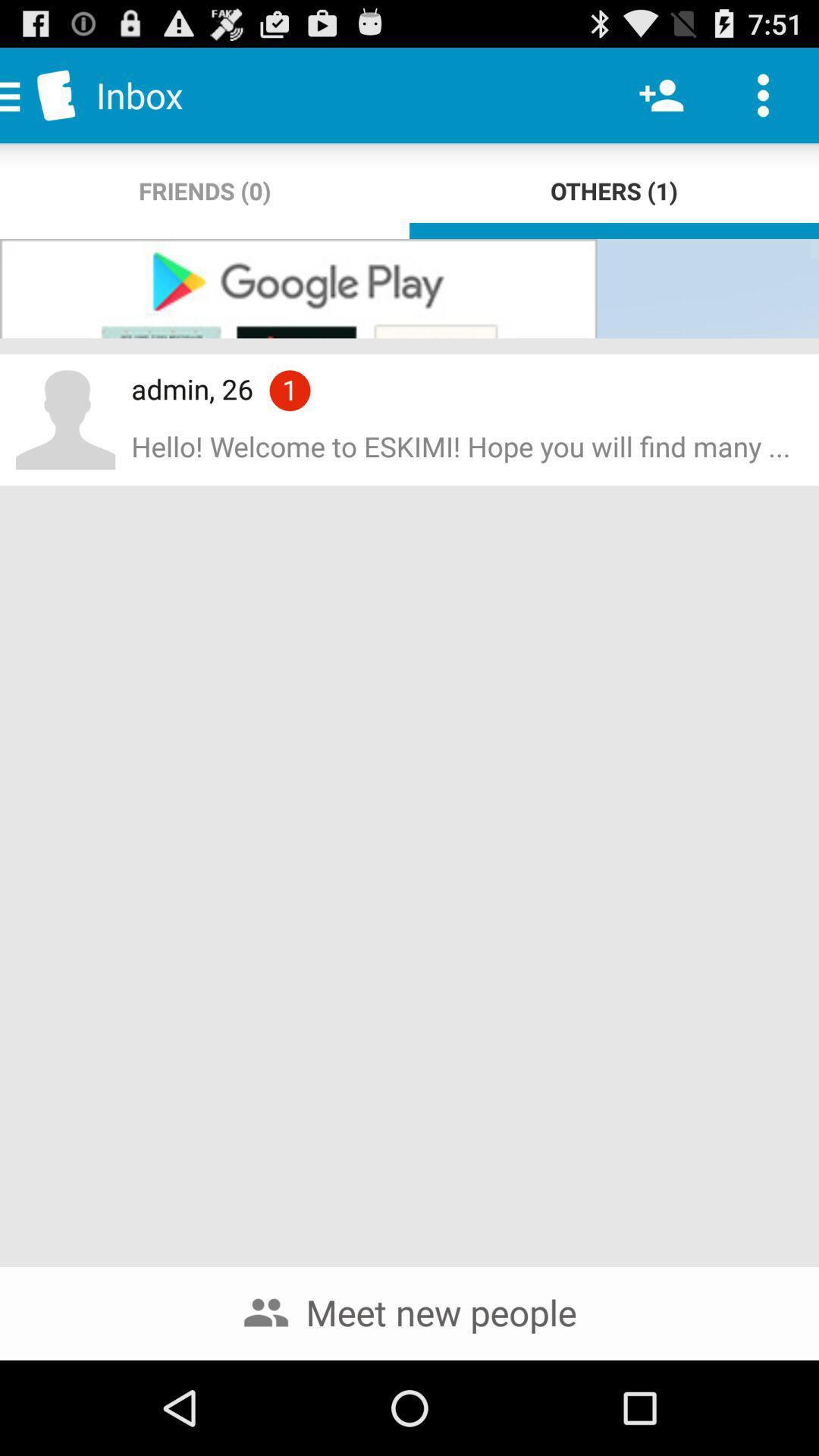 Image resolution: width=819 pixels, height=1456 pixels. Describe the element at coordinates (409, 288) in the screenshot. I see `open google advertisement` at that location.